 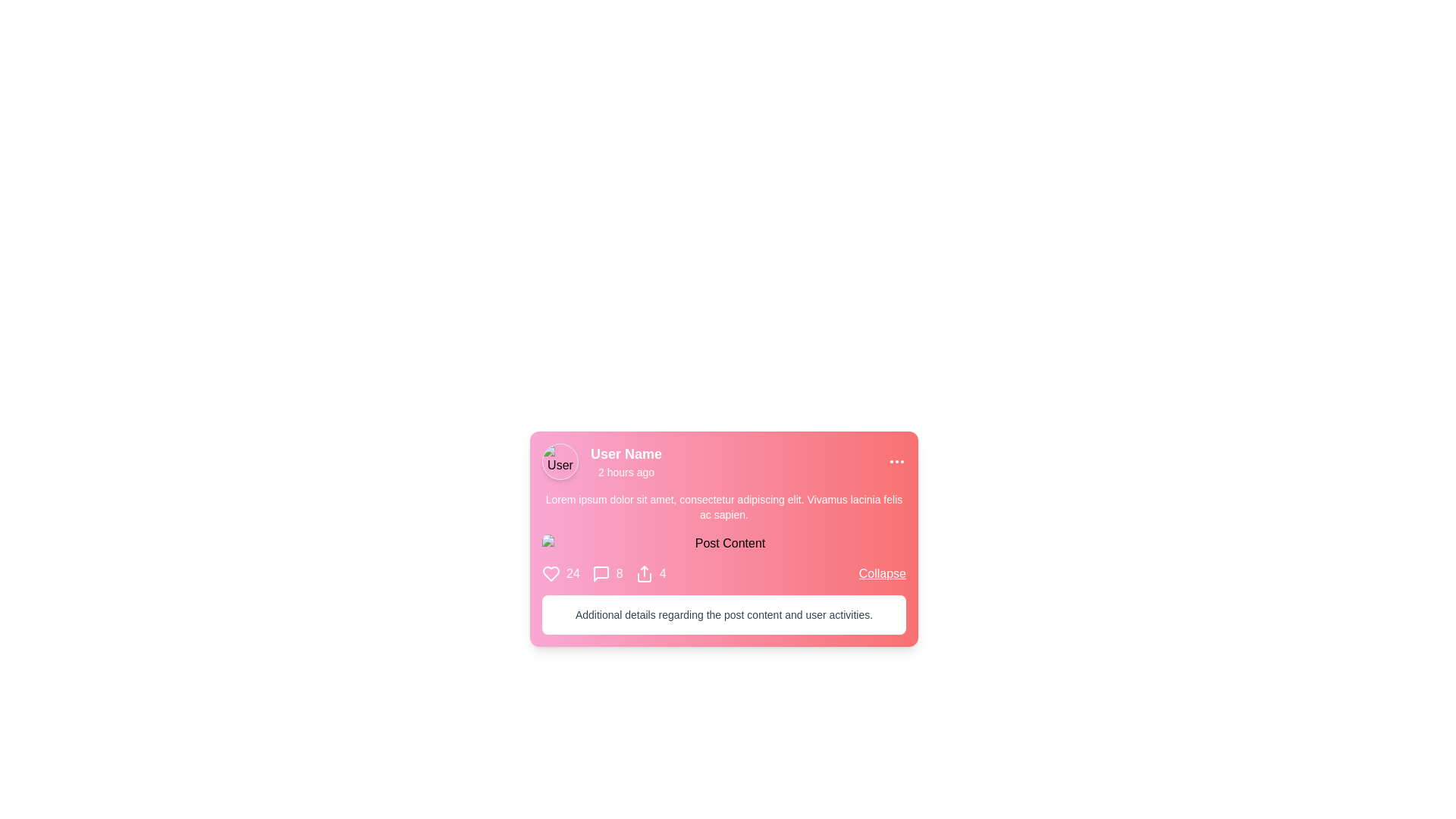 What do you see at coordinates (896, 461) in the screenshot?
I see `the ellipsis menu trigger icon located in the top-right corner of the user's information section` at bounding box center [896, 461].